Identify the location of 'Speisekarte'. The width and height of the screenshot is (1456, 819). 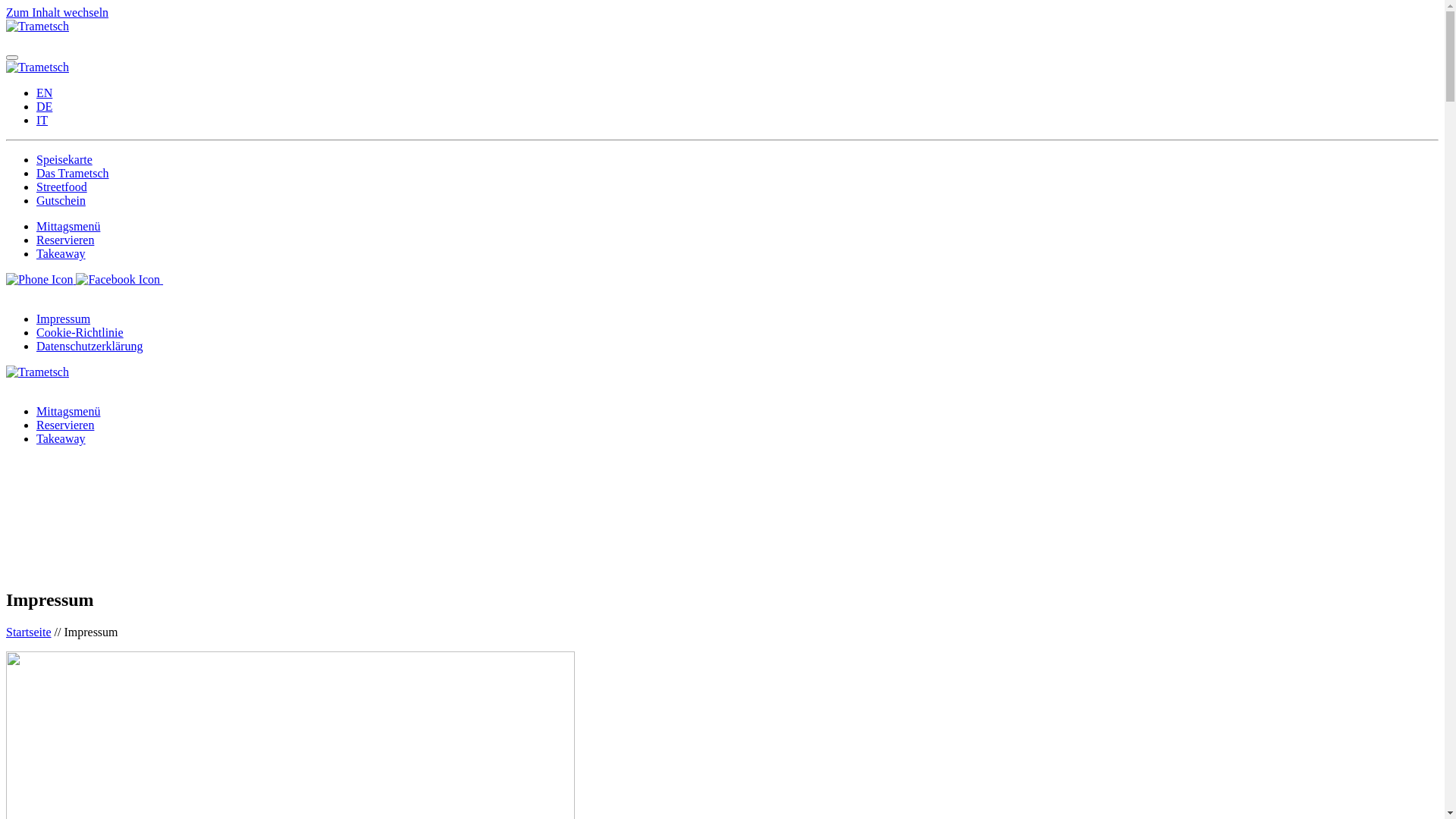
(36, 159).